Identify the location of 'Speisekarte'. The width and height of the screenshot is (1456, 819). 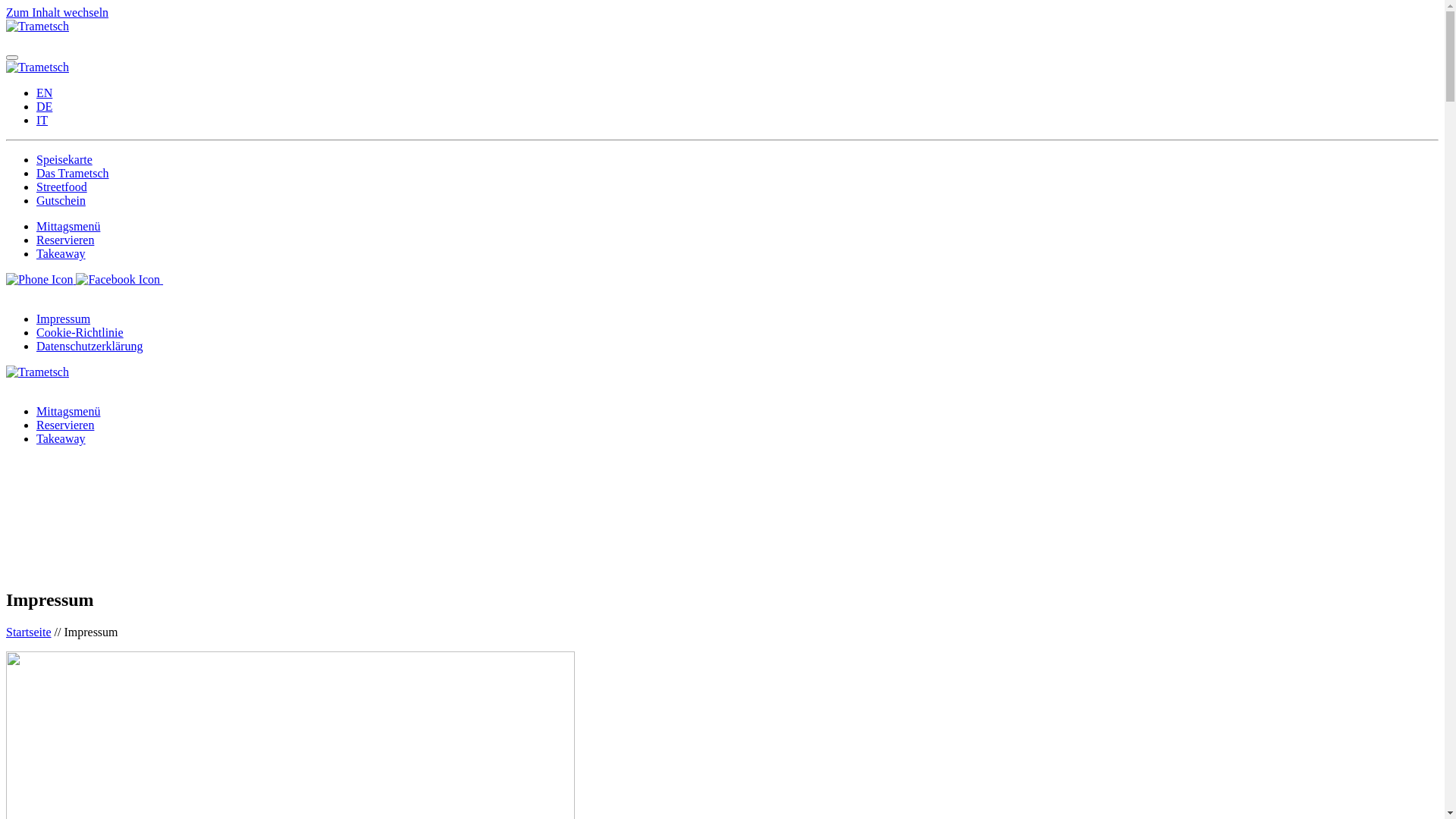
(36, 159).